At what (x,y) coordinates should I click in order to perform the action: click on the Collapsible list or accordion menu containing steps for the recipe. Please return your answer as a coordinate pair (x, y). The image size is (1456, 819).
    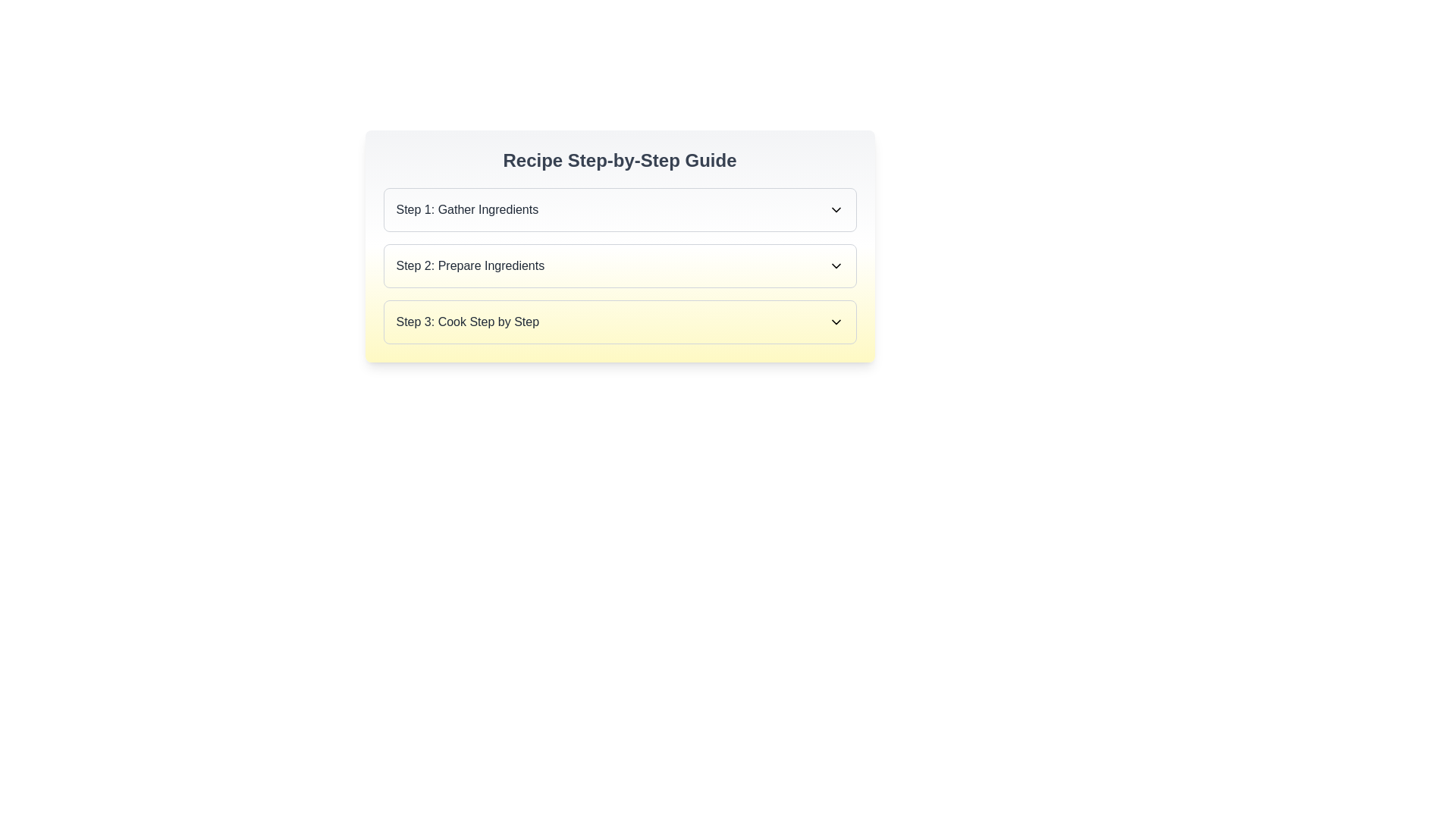
    Looking at the image, I should click on (620, 245).